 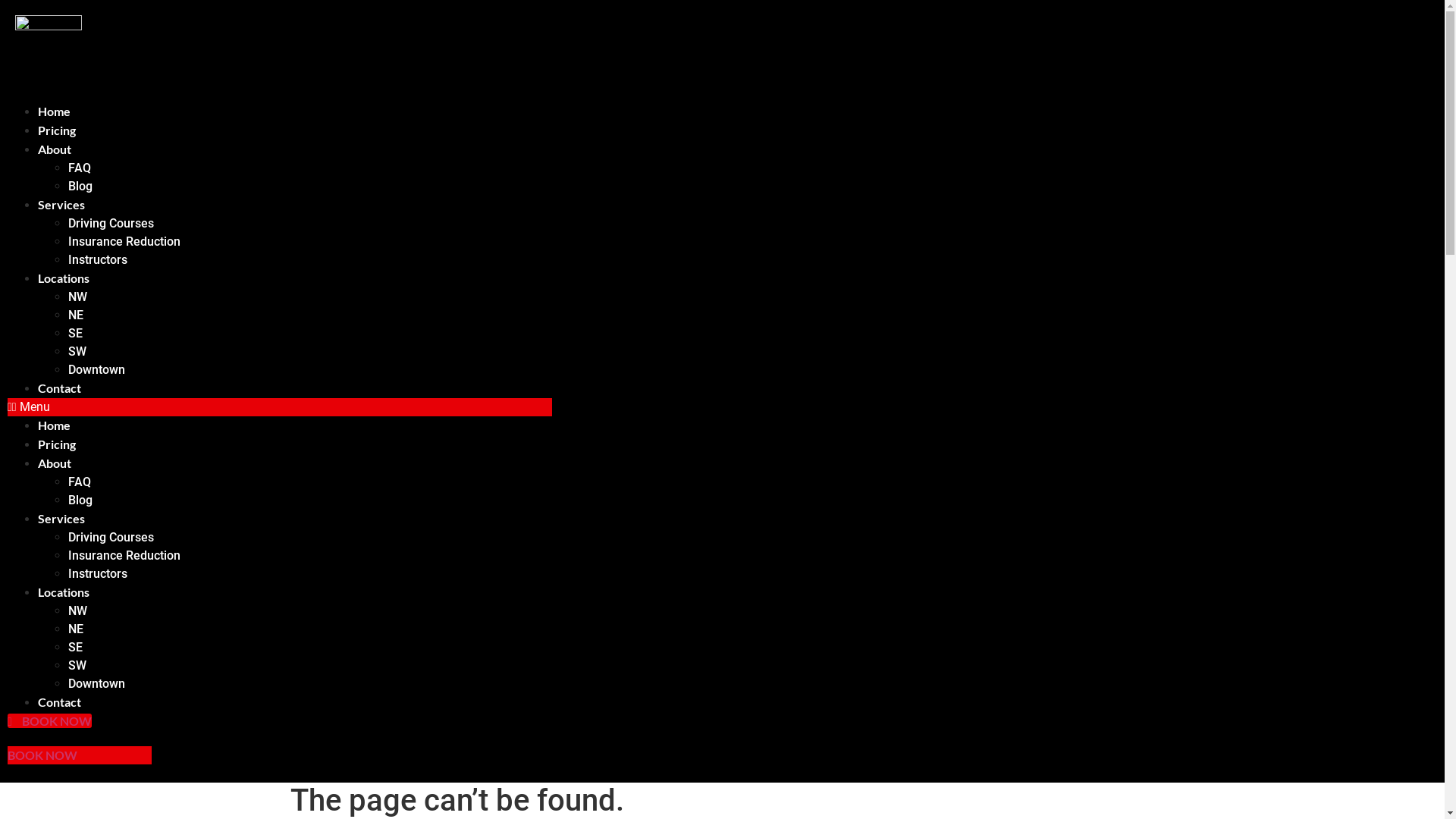 I want to click on 'SE', so click(x=74, y=647).